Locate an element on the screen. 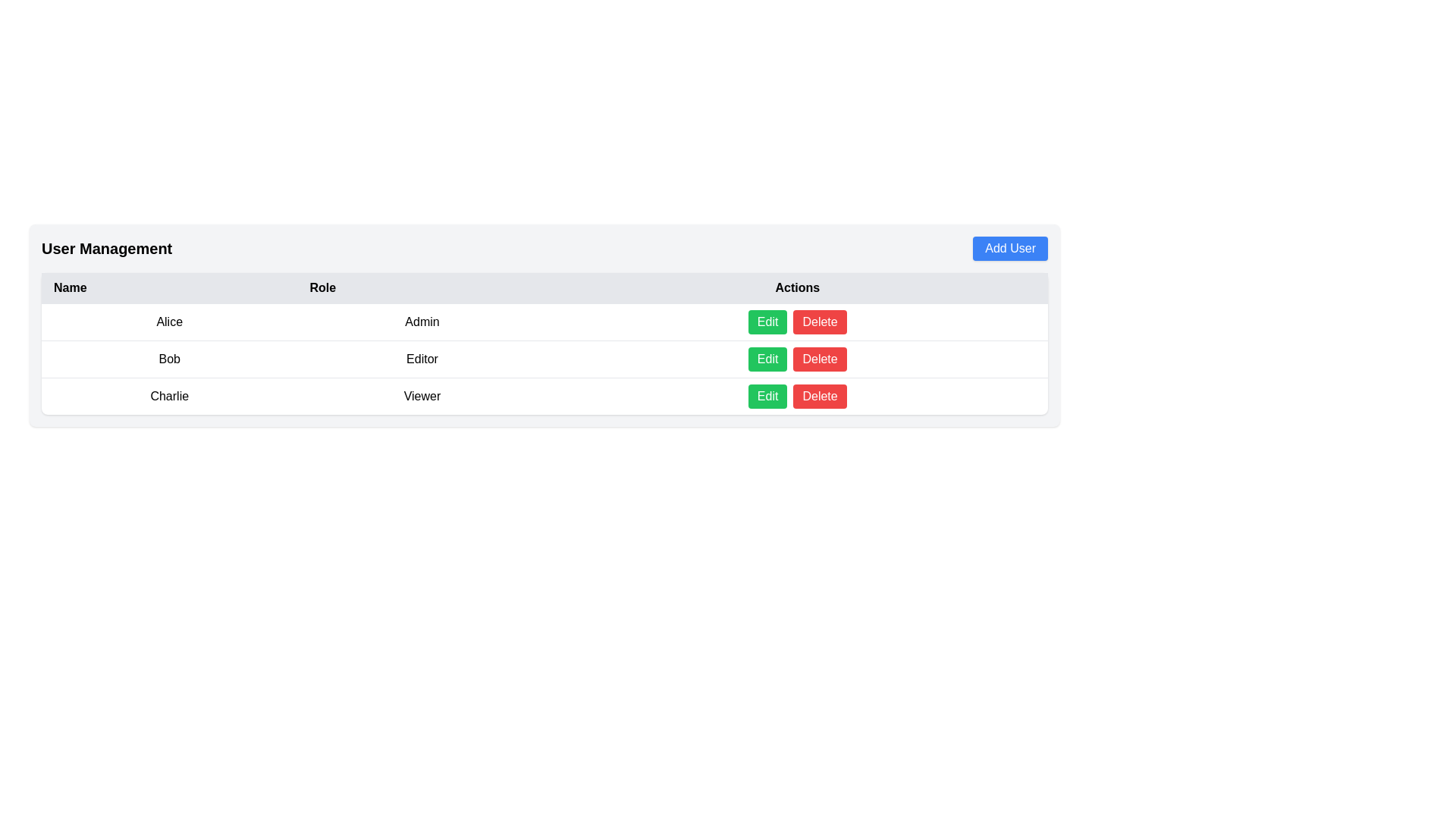 This screenshot has height=819, width=1456. the 'Edit' button, which is a rectangular button with white text on a green background located in the 'Actions' column of a table, to initiate the editing process is located at coordinates (767, 359).